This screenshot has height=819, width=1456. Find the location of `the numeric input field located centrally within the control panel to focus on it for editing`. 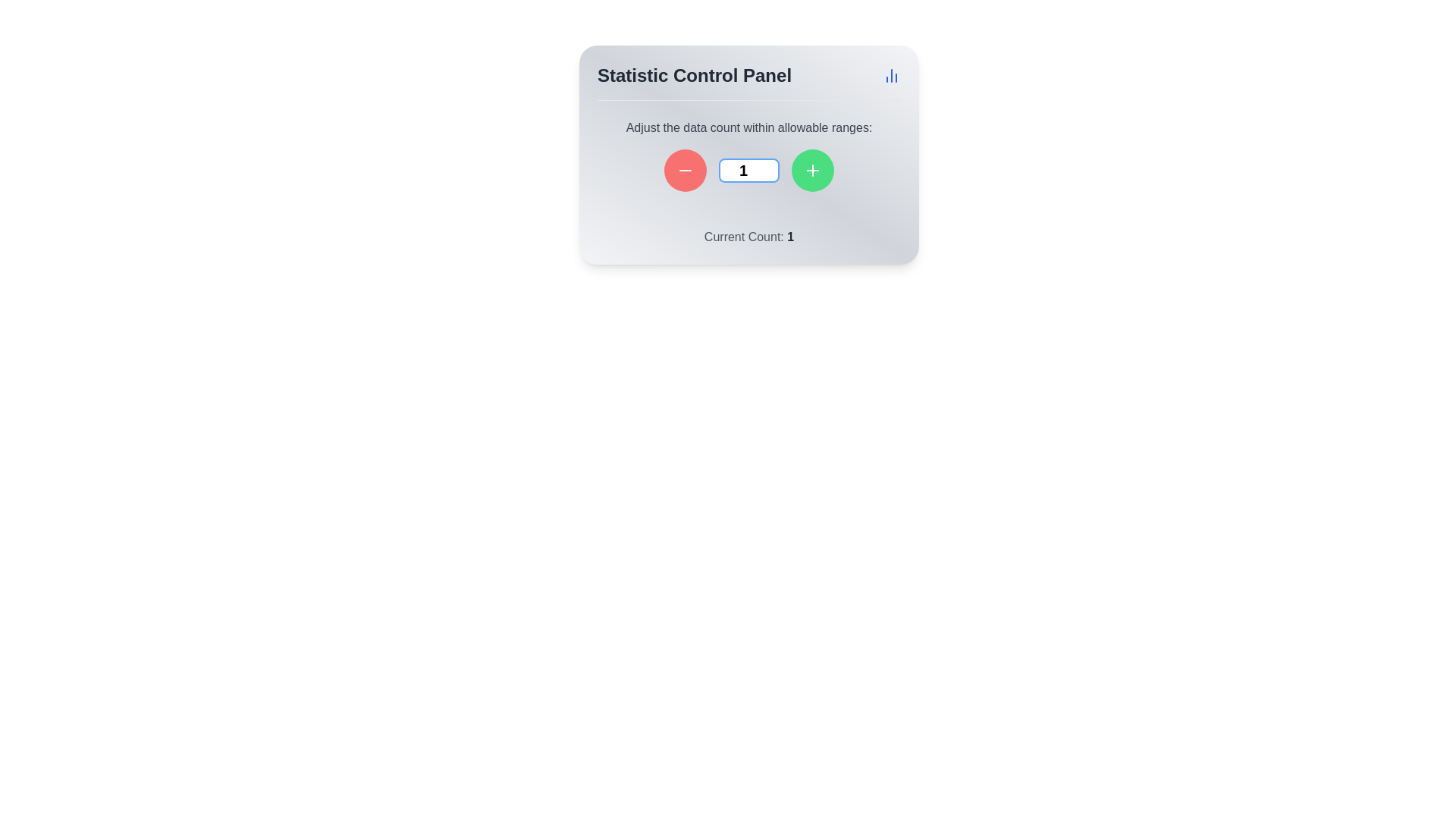

the numeric input field located centrally within the control panel to focus on it for editing is located at coordinates (749, 170).